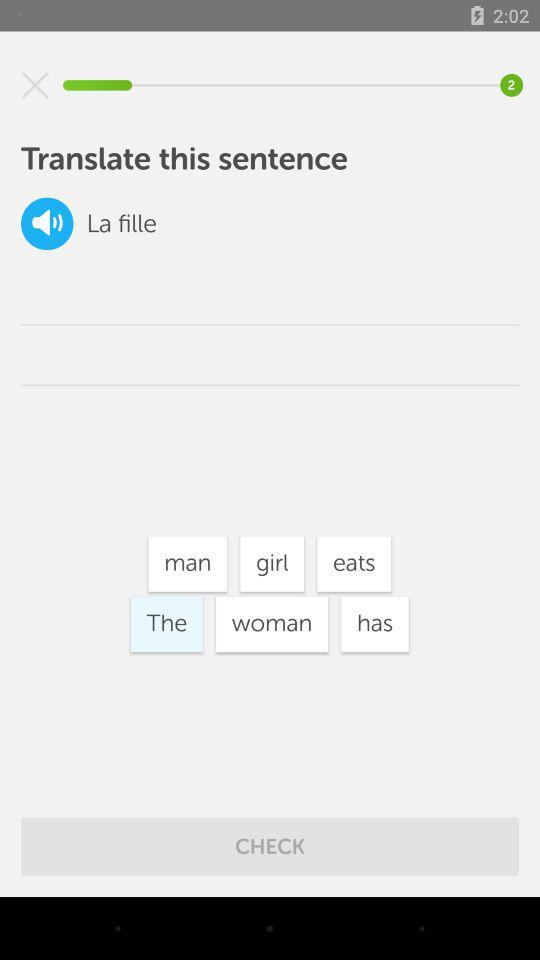 The width and height of the screenshot is (540, 960). I want to click on the item to the left of eats item, so click(271, 564).